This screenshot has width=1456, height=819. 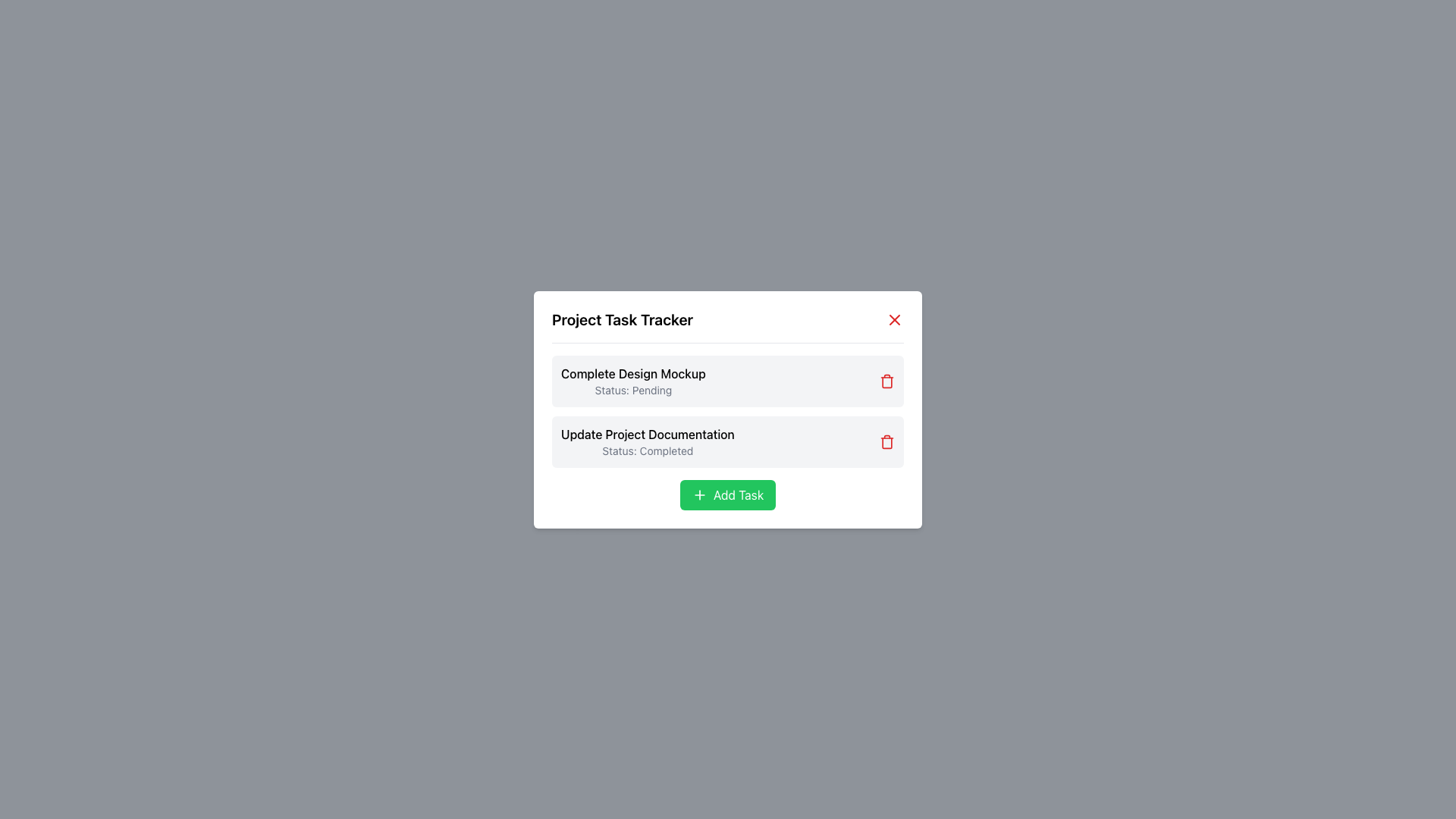 I want to click on the 'Add New Task' button located at the bottom center of the 'Project Task Tracker' module, so click(x=728, y=494).